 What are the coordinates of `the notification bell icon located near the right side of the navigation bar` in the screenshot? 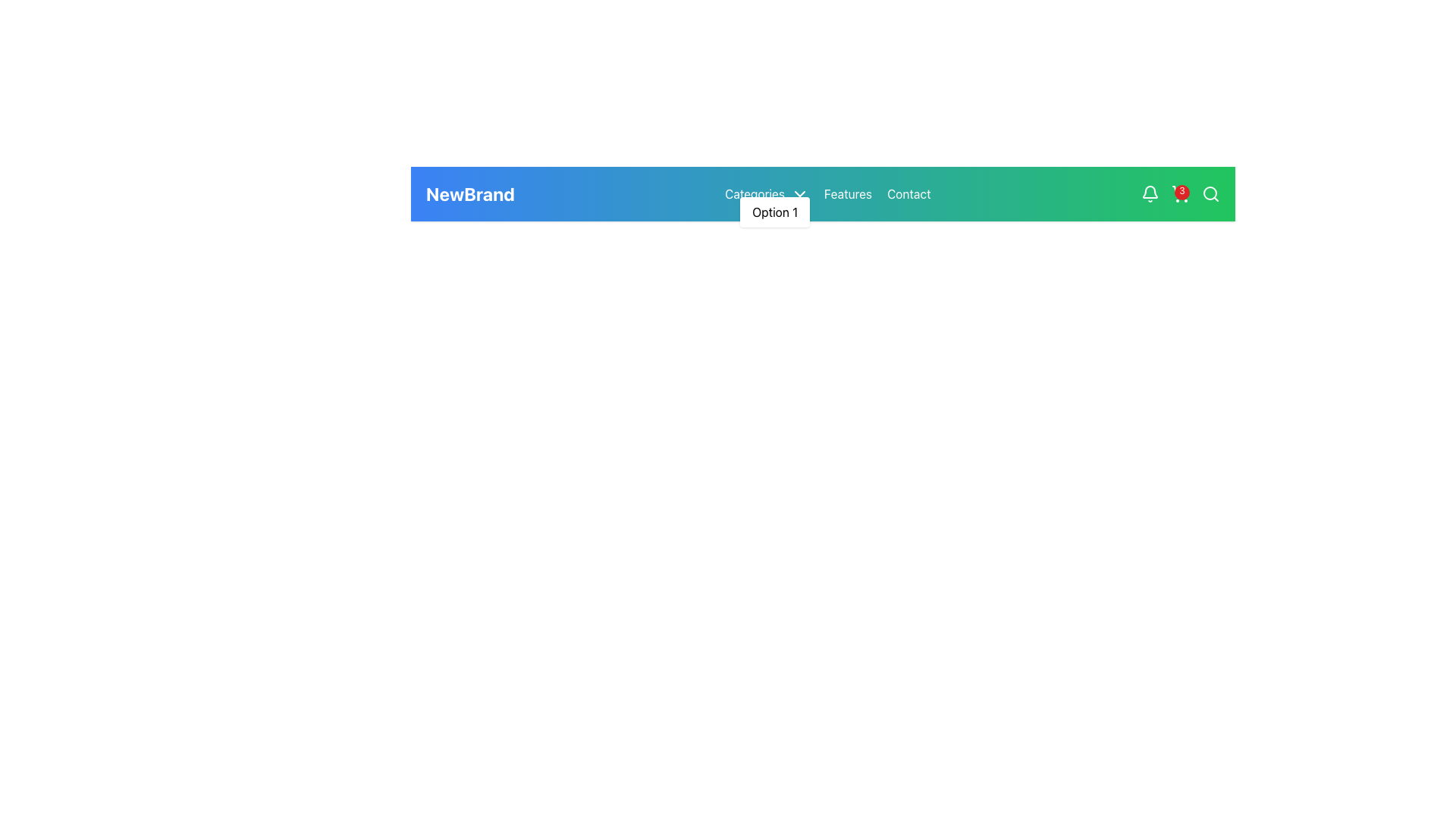 It's located at (1150, 193).